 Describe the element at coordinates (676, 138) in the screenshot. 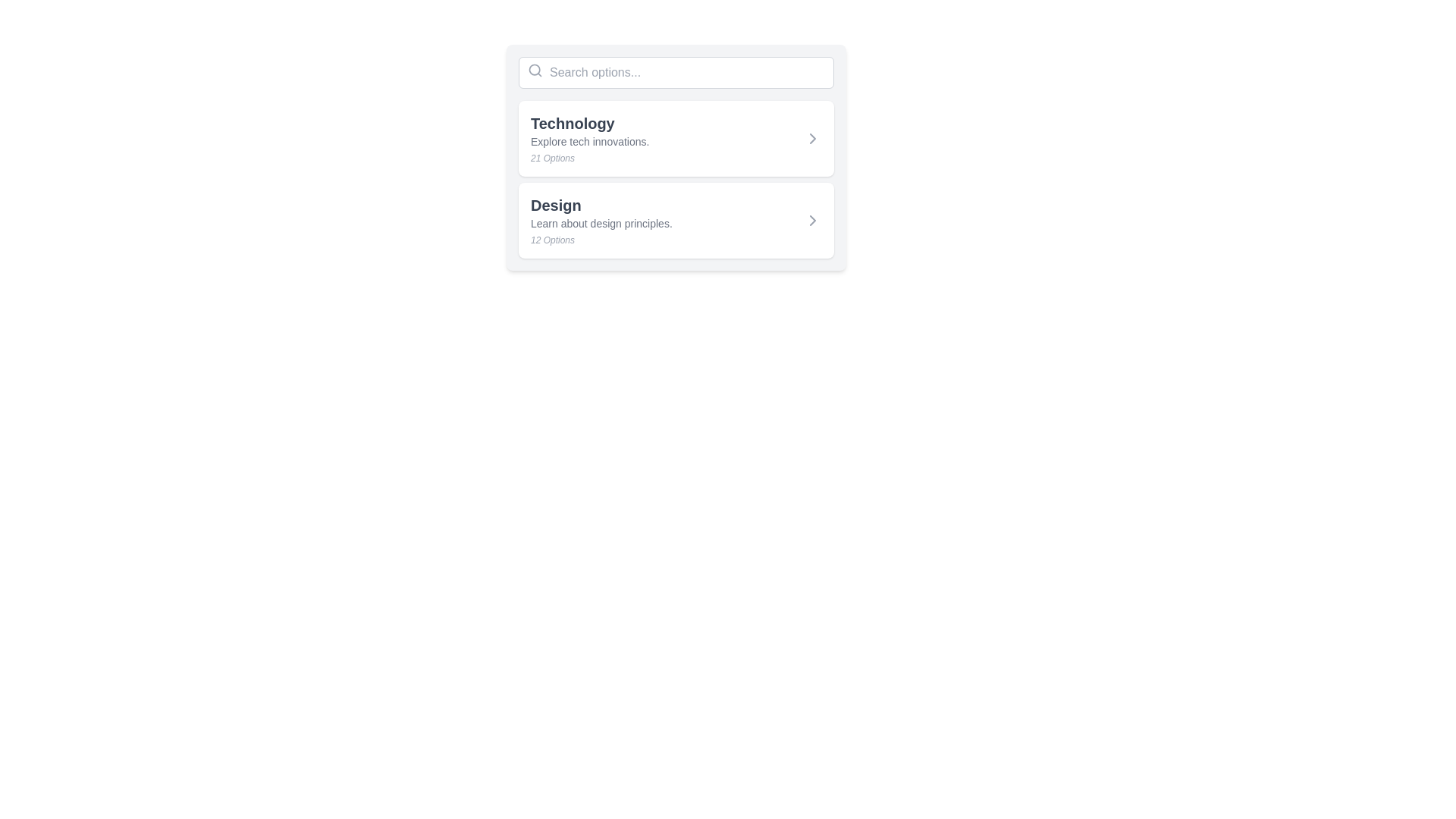

I see `the 'Technology' Button-like navigational card for keyboard navigation` at that location.